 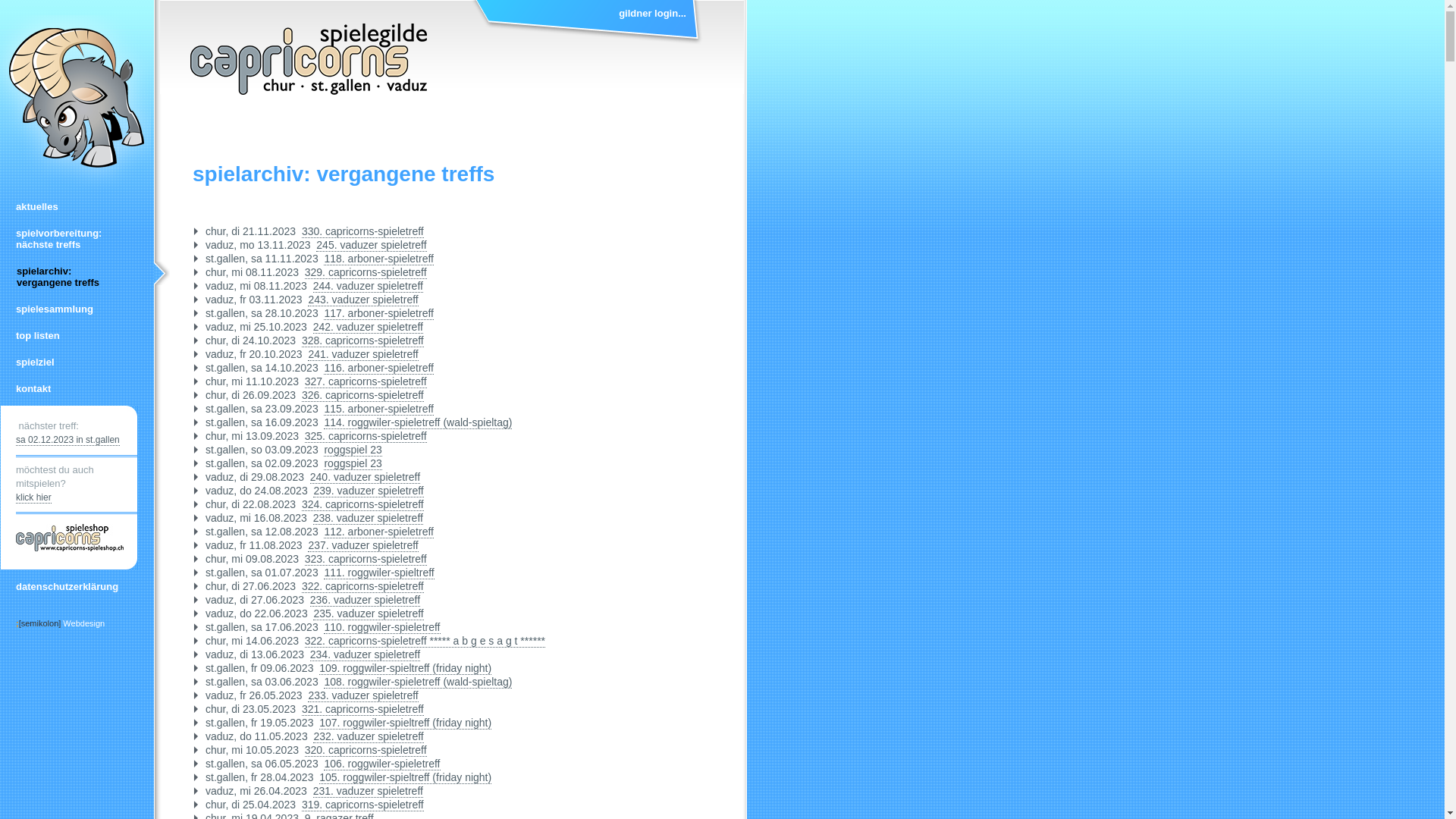 What do you see at coordinates (365, 654) in the screenshot?
I see `'234. vaduzer spieletreff'` at bounding box center [365, 654].